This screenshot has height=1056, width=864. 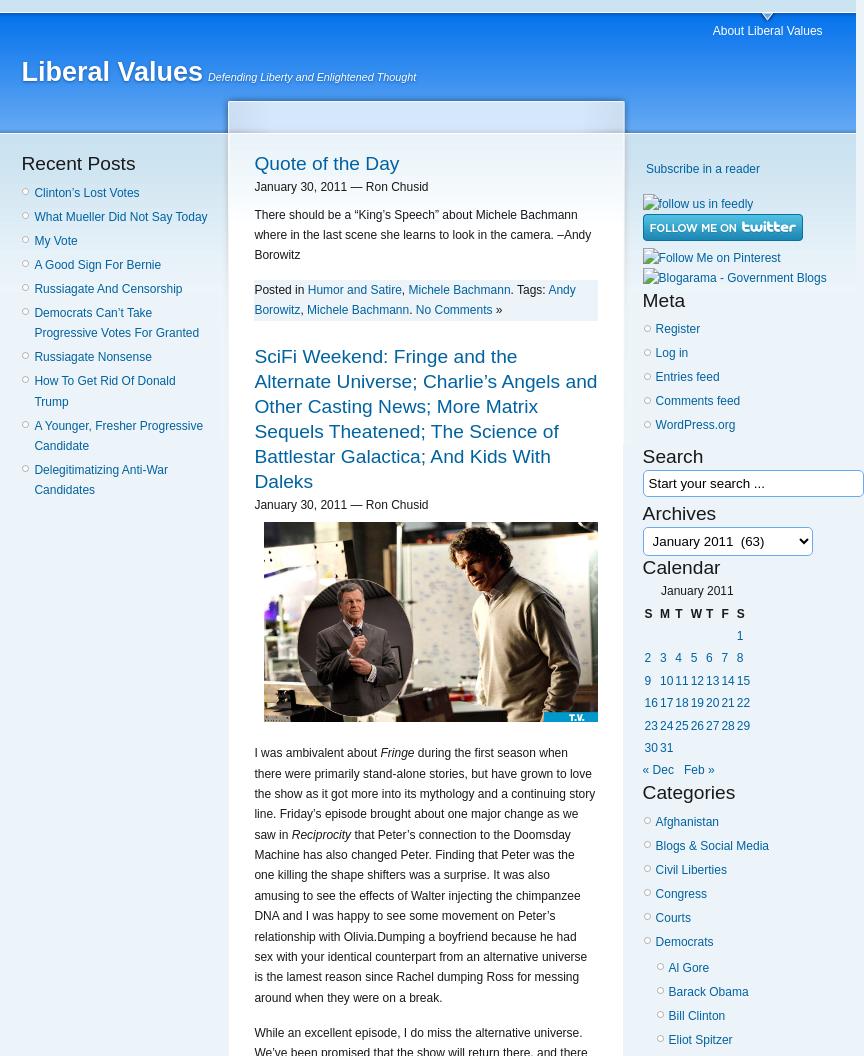 What do you see at coordinates (658, 746) in the screenshot?
I see `'31'` at bounding box center [658, 746].